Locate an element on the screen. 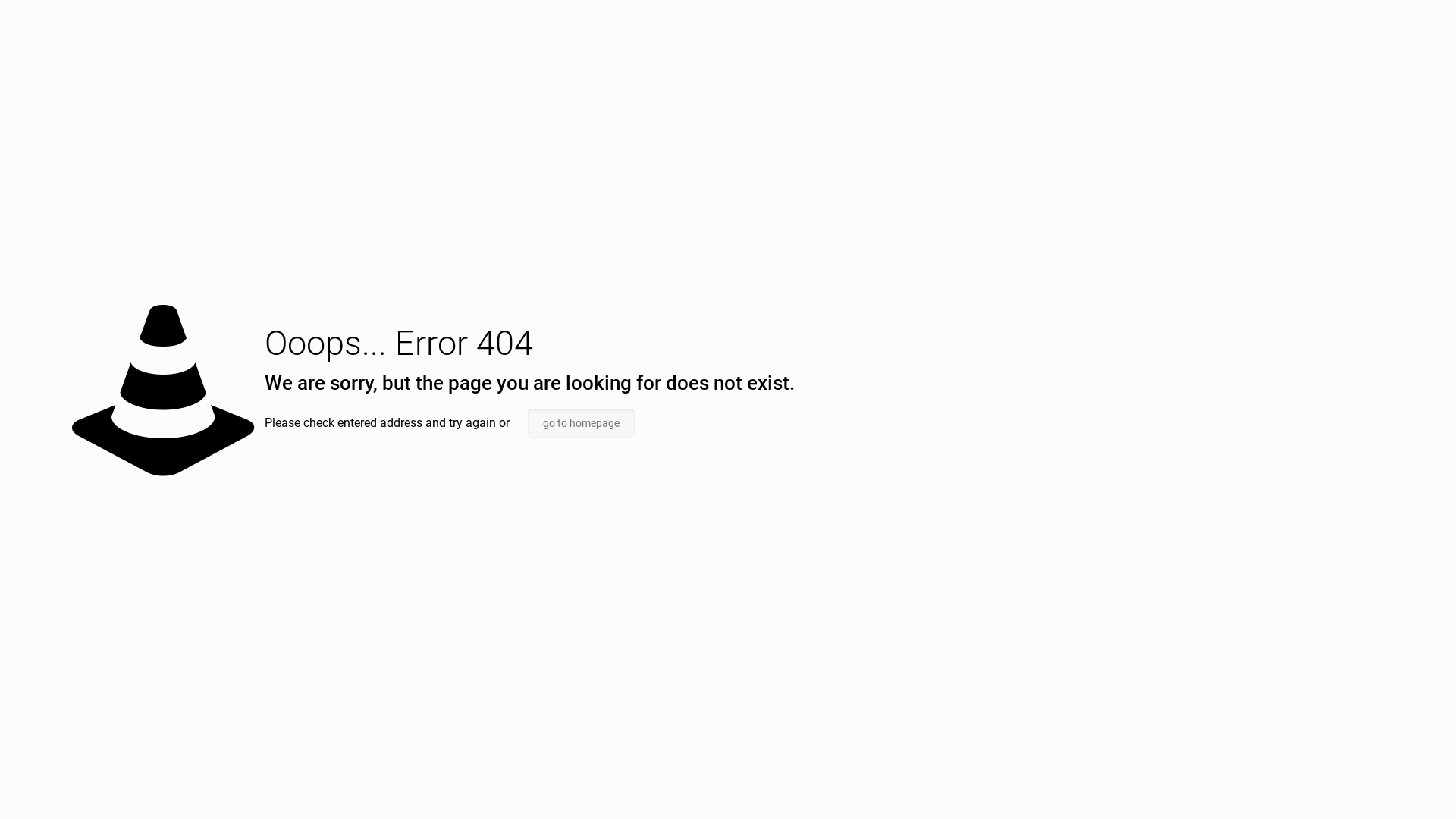 The image size is (1456, 819). 'go to homepage' is located at coordinates (580, 423).